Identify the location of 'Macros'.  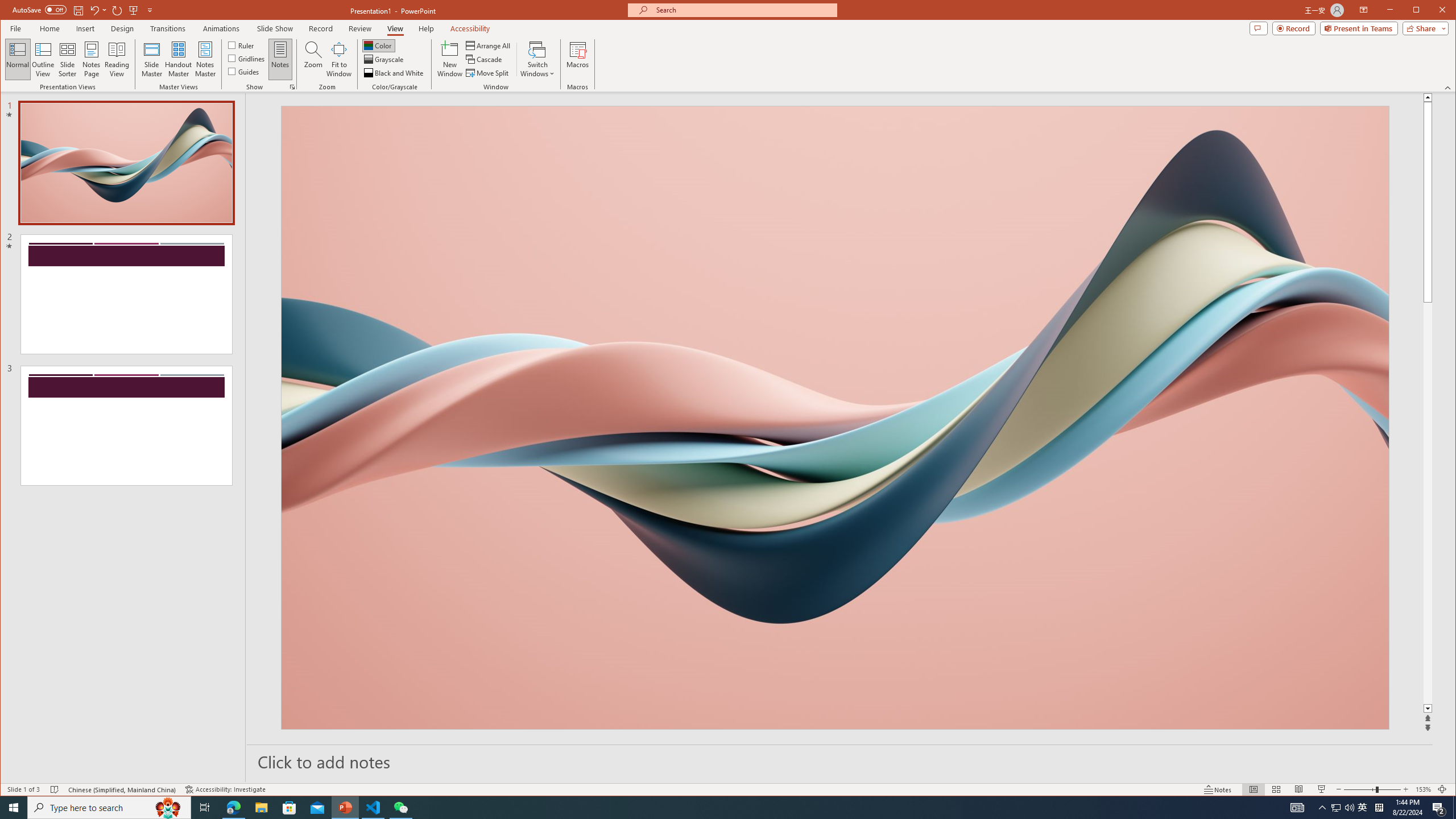
(577, 59).